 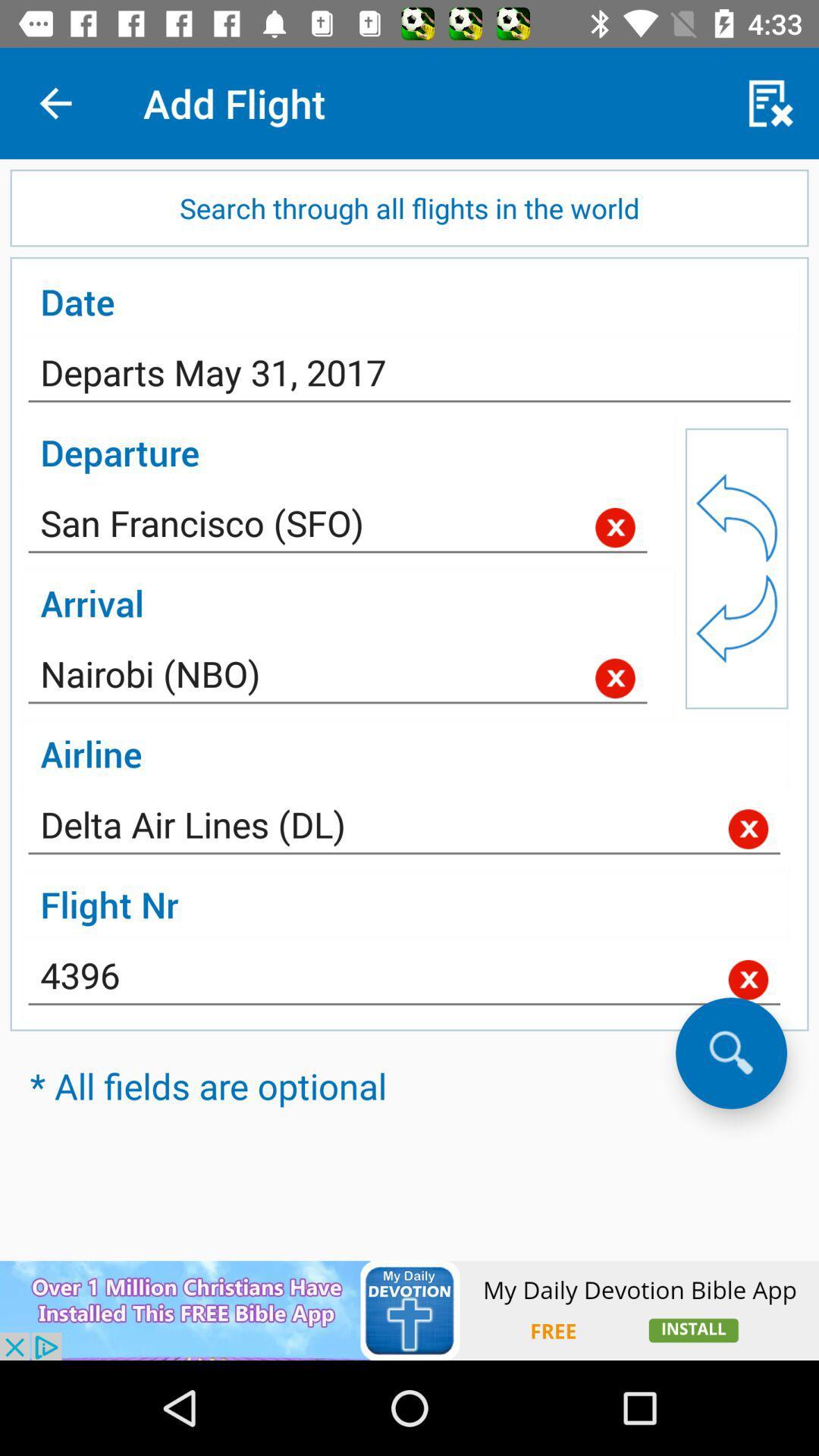 What do you see at coordinates (409, 1310) in the screenshot?
I see `interact with advertisement` at bounding box center [409, 1310].